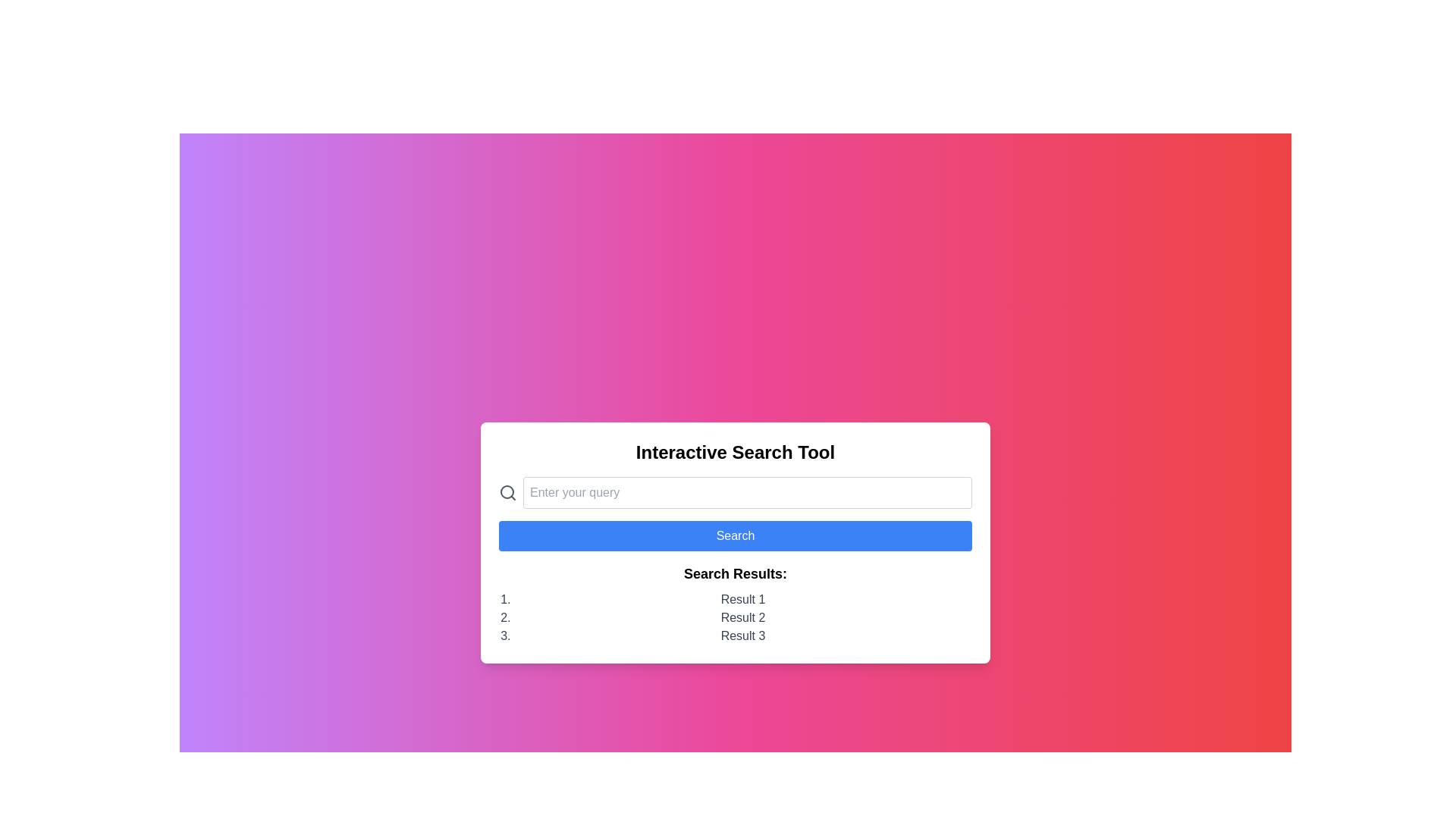  I want to click on the magnifying glass icon in the search bar, which is styled as an interactive search symbol with a light gray color scheme, located to the left of the text input field, so click(508, 493).